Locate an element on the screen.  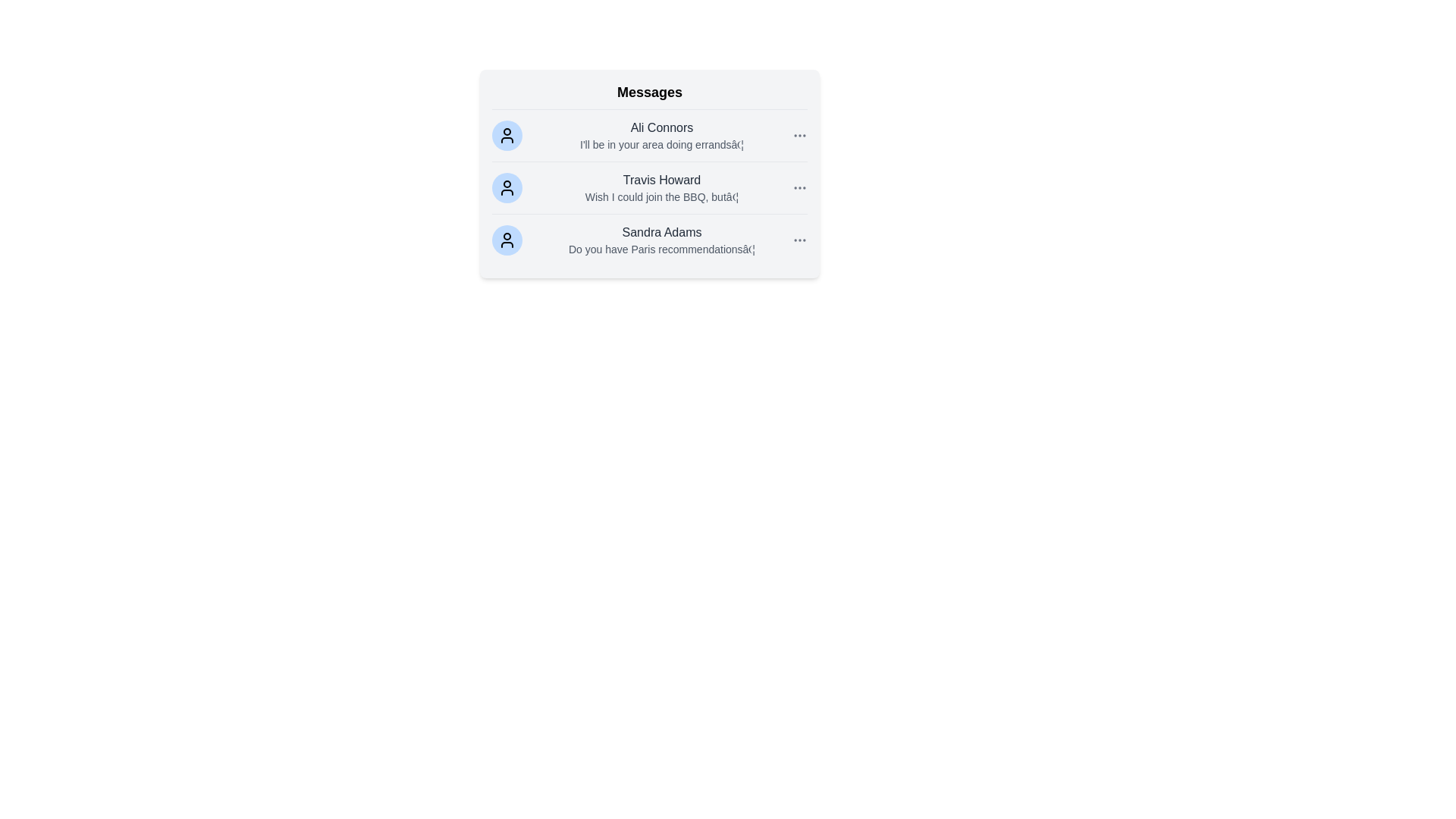
the icon located in the second row of the list, directly to the left of the text 'Travis Howard', which serves as a visual identifier for the user associated with the corresponding message is located at coordinates (507, 187).